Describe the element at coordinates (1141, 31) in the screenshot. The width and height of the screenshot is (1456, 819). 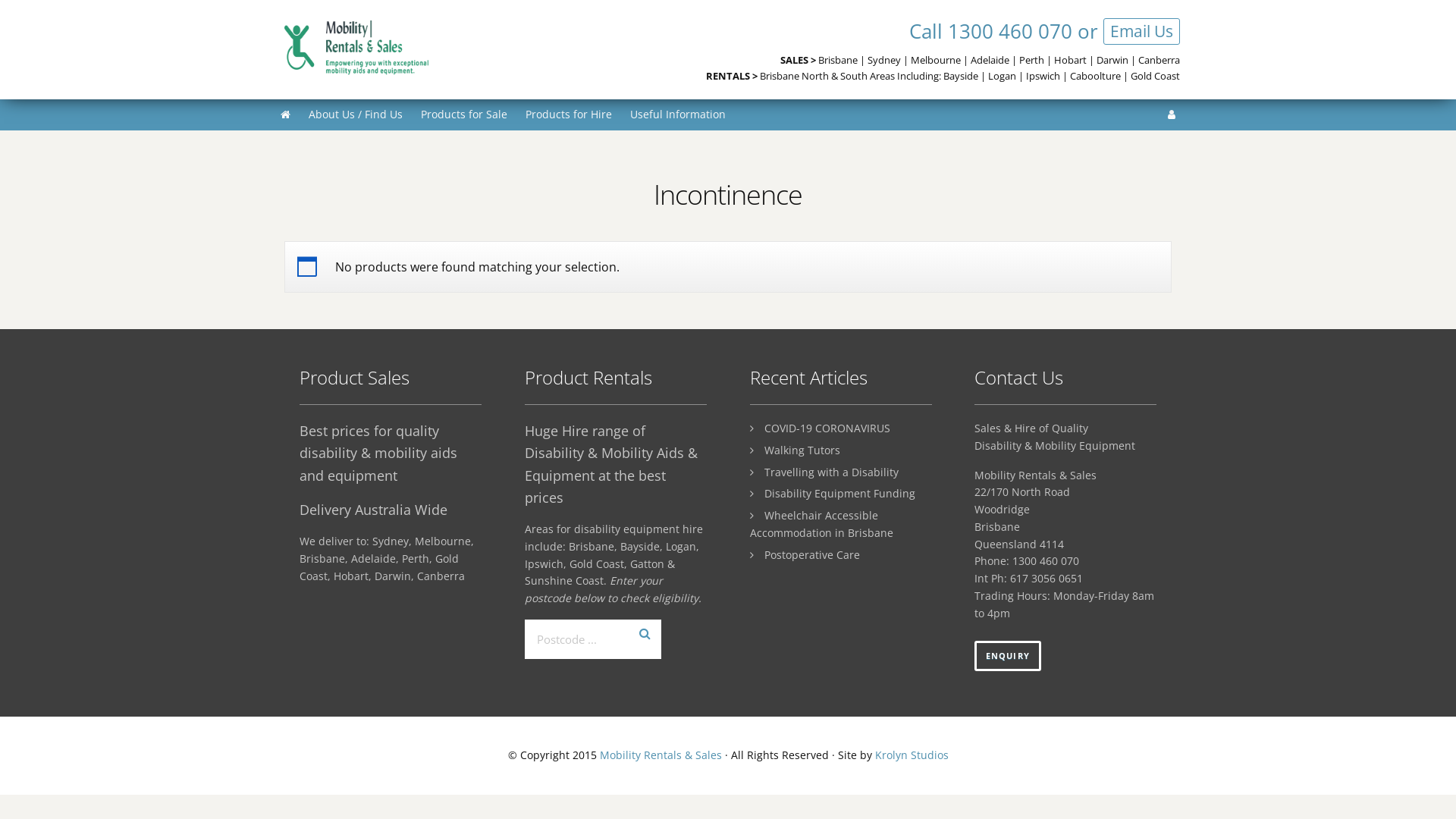
I see `'Email Us'` at that location.